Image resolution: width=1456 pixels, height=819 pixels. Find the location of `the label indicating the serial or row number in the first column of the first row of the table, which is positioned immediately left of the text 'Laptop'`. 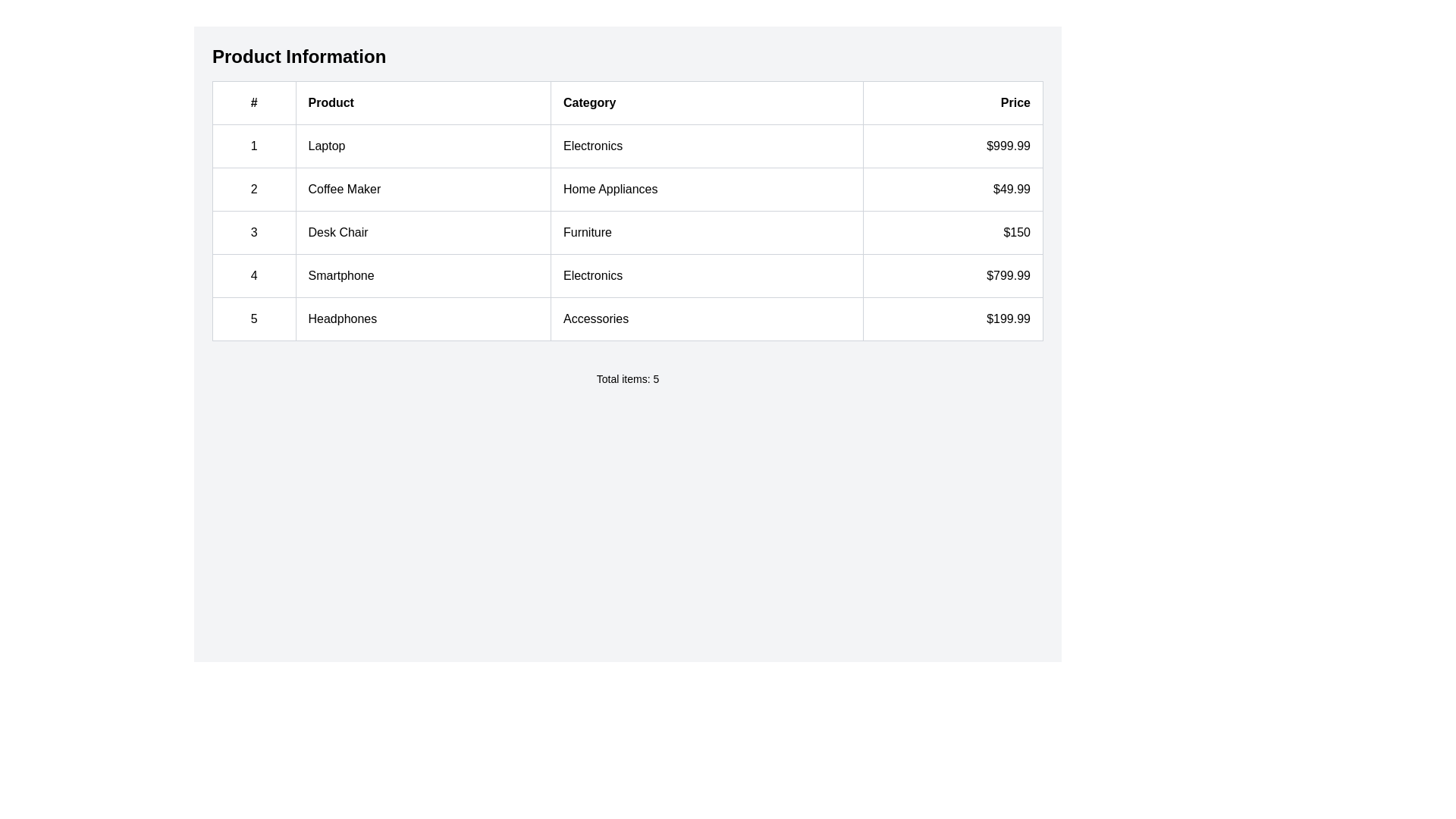

the label indicating the serial or row number in the first column of the first row of the table, which is positioned immediately left of the text 'Laptop' is located at coordinates (254, 146).